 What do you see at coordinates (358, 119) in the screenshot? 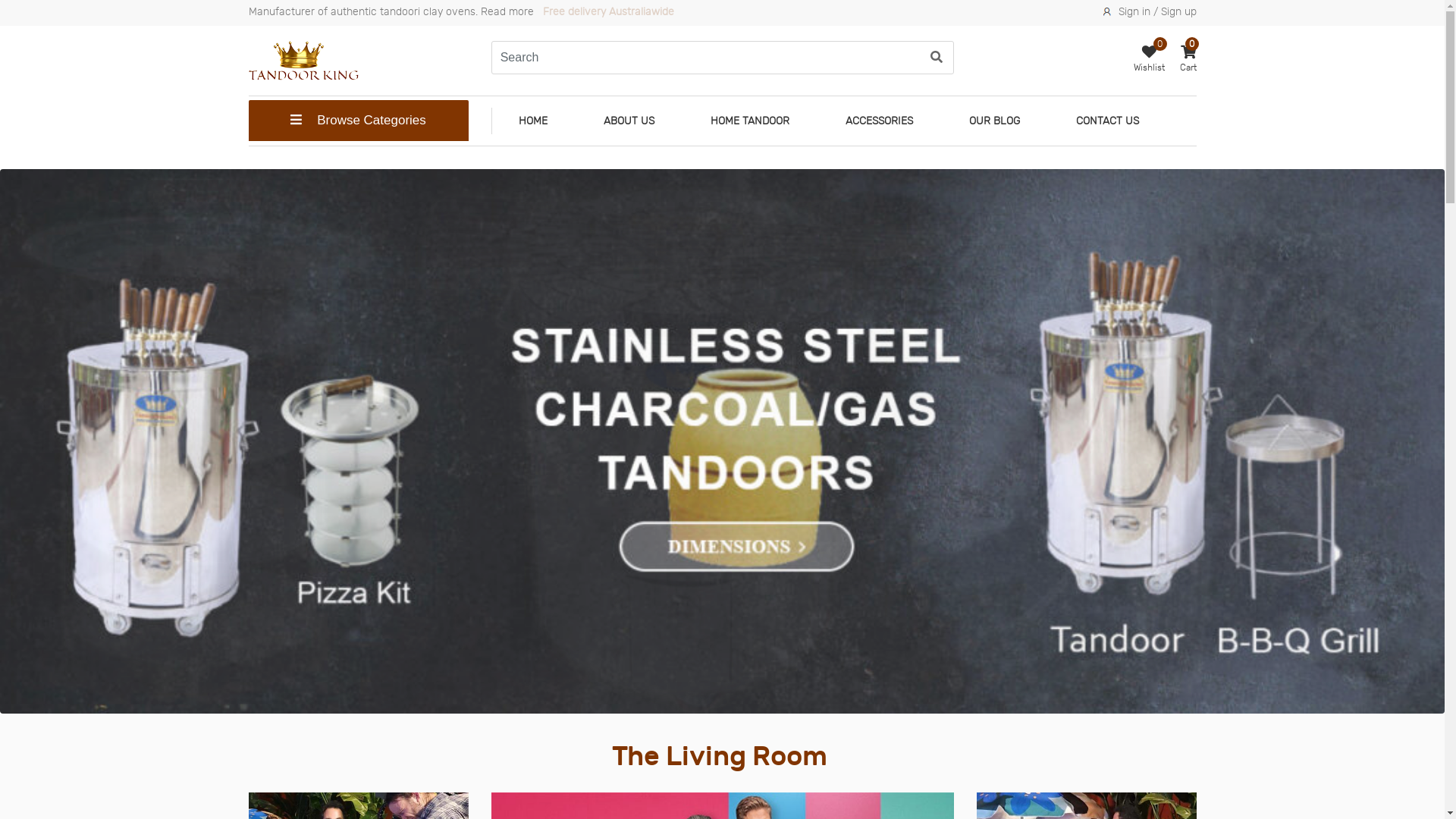
I see `'Browse Categories'` at bounding box center [358, 119].